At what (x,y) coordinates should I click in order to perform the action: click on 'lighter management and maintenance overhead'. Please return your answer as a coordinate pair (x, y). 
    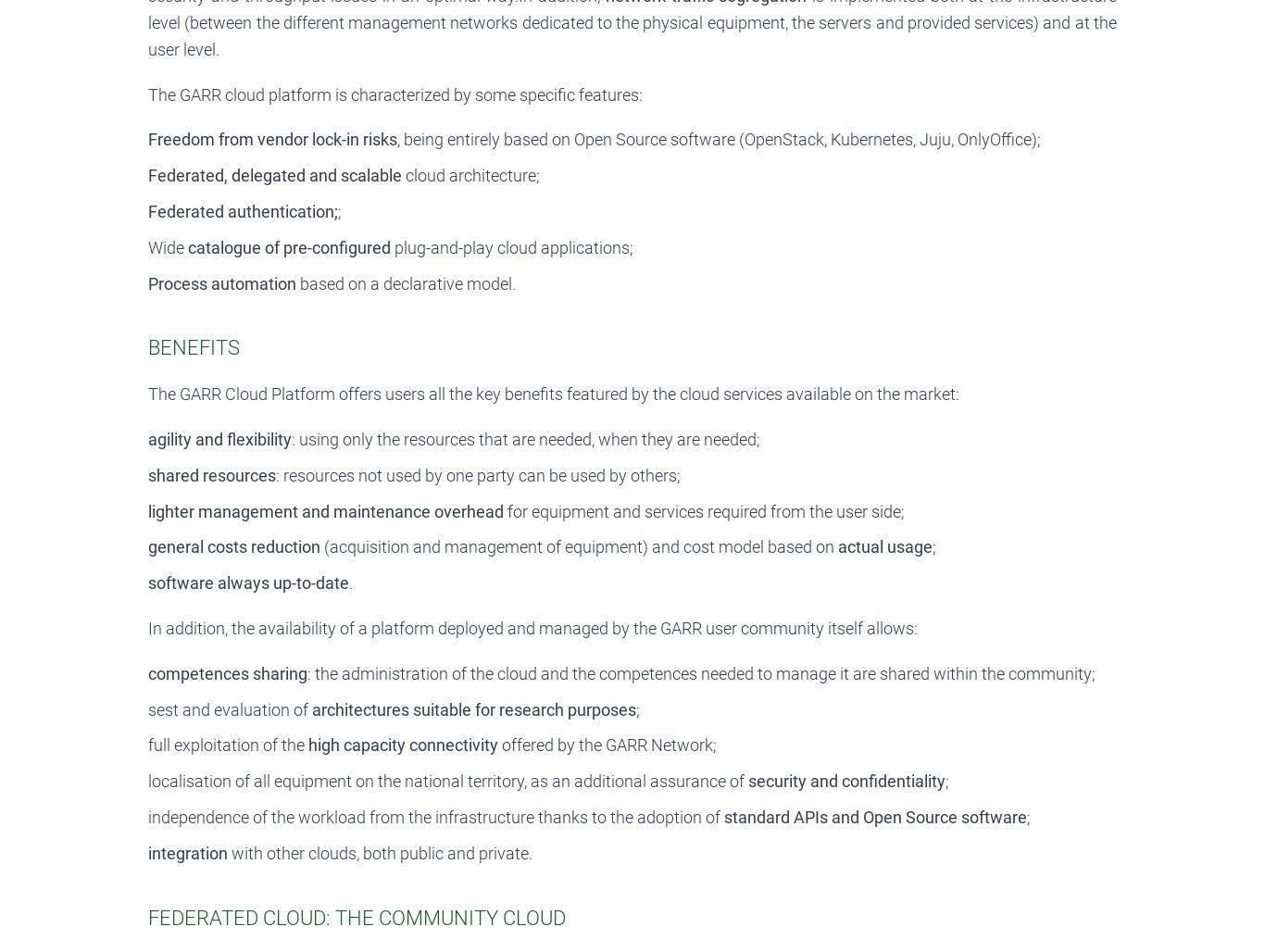
    Looking at the image, I should click on (146, 510).